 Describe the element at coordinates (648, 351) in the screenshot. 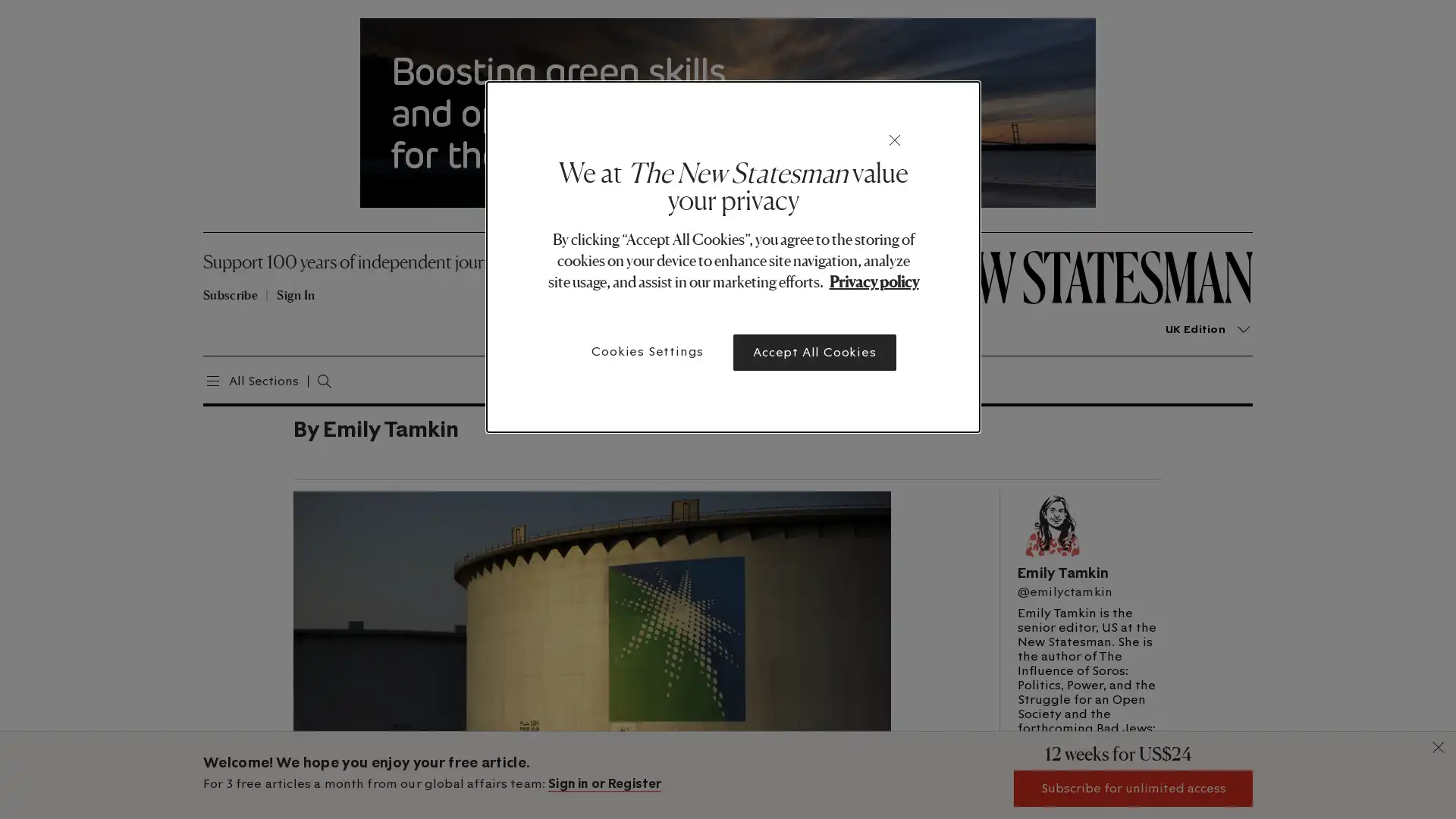

I see `Cookies Settings` at that location.